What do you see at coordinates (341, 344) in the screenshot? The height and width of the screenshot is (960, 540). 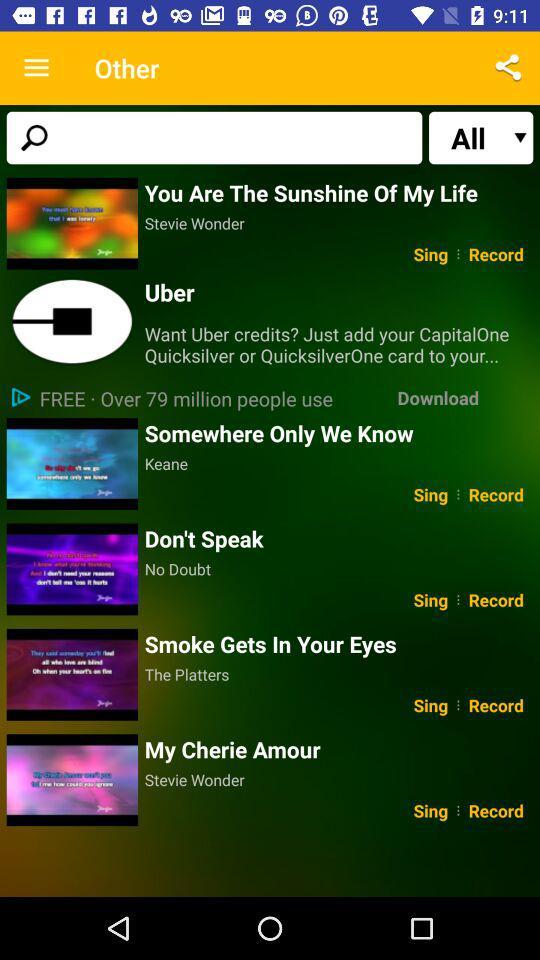 I see `the icon above free over 79` at bounding box center [341, 344].